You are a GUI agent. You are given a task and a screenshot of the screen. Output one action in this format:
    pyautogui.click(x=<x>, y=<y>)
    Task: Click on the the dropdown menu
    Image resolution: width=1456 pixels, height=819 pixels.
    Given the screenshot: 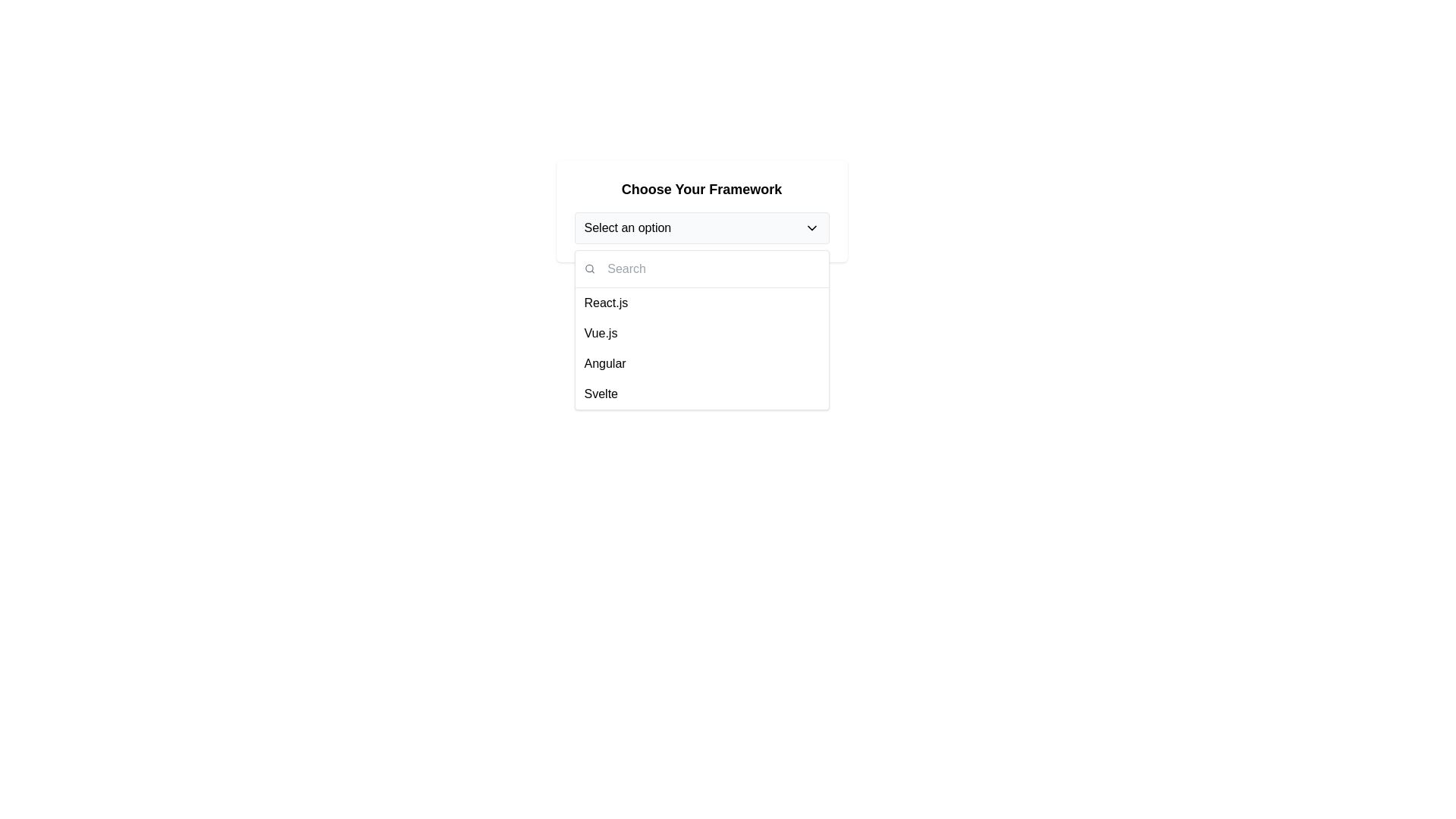 What is the action you would take?
    pyautogui.click(x=701, y=329)
    